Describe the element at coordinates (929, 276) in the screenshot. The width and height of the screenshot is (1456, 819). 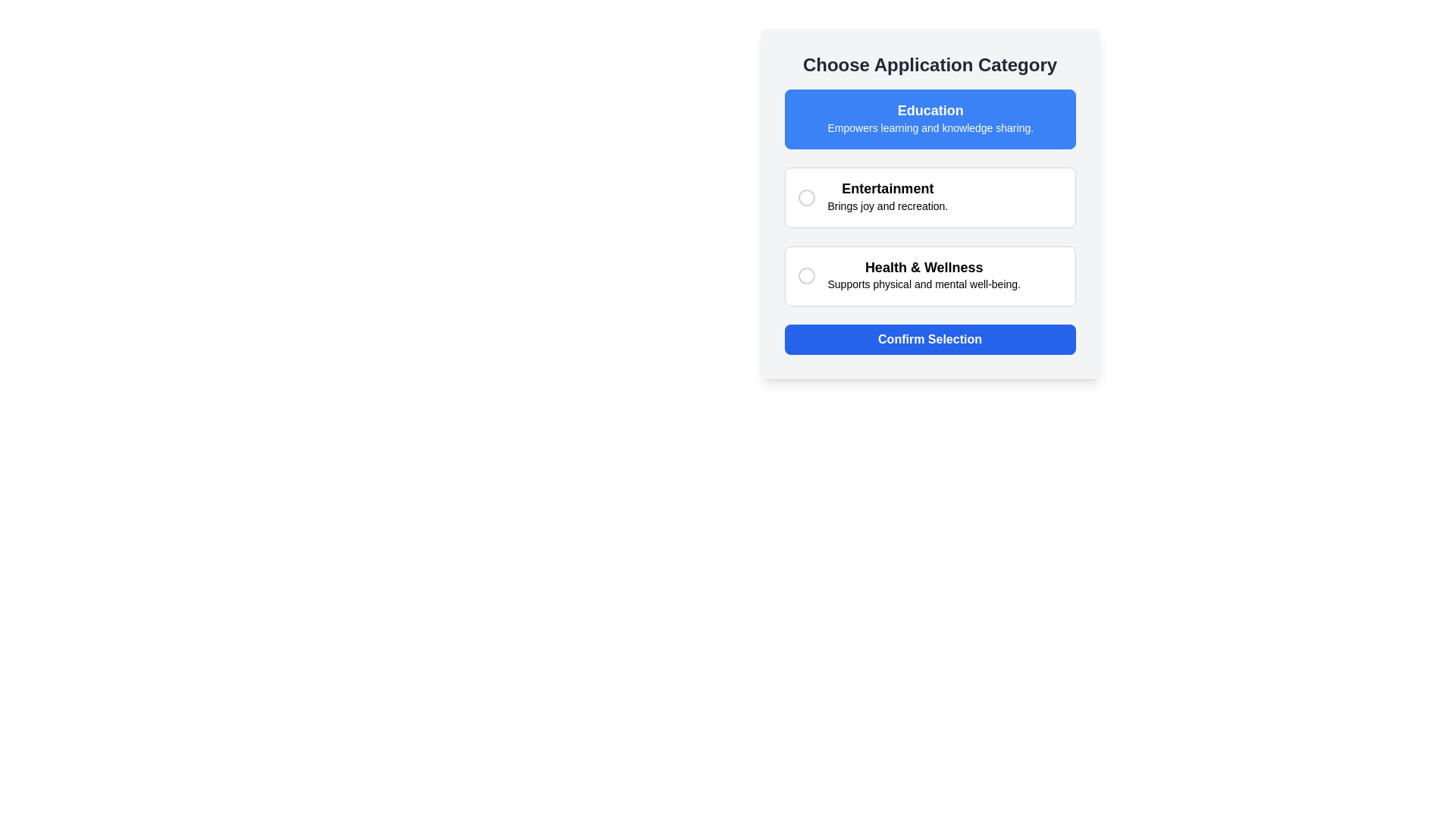
I see `the 'Health & Wellness' option` at that location.